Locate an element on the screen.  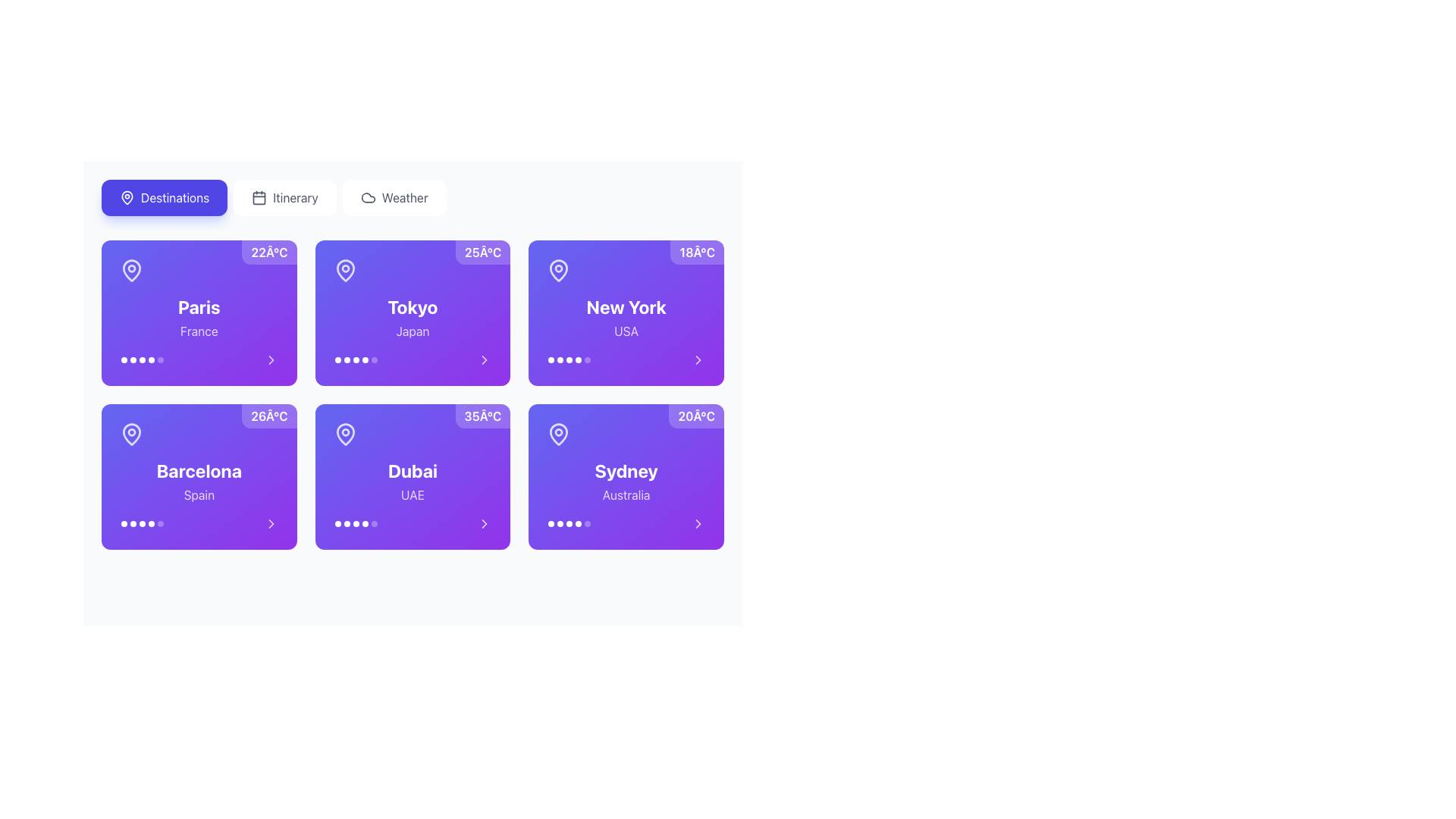
the text label displaying 'Japan' which is styled with a semi-transparent white color on a gradient purple background, located in the lower portion of the 'Tokyo' card in the grid layout is located at coordinates (413, 330).